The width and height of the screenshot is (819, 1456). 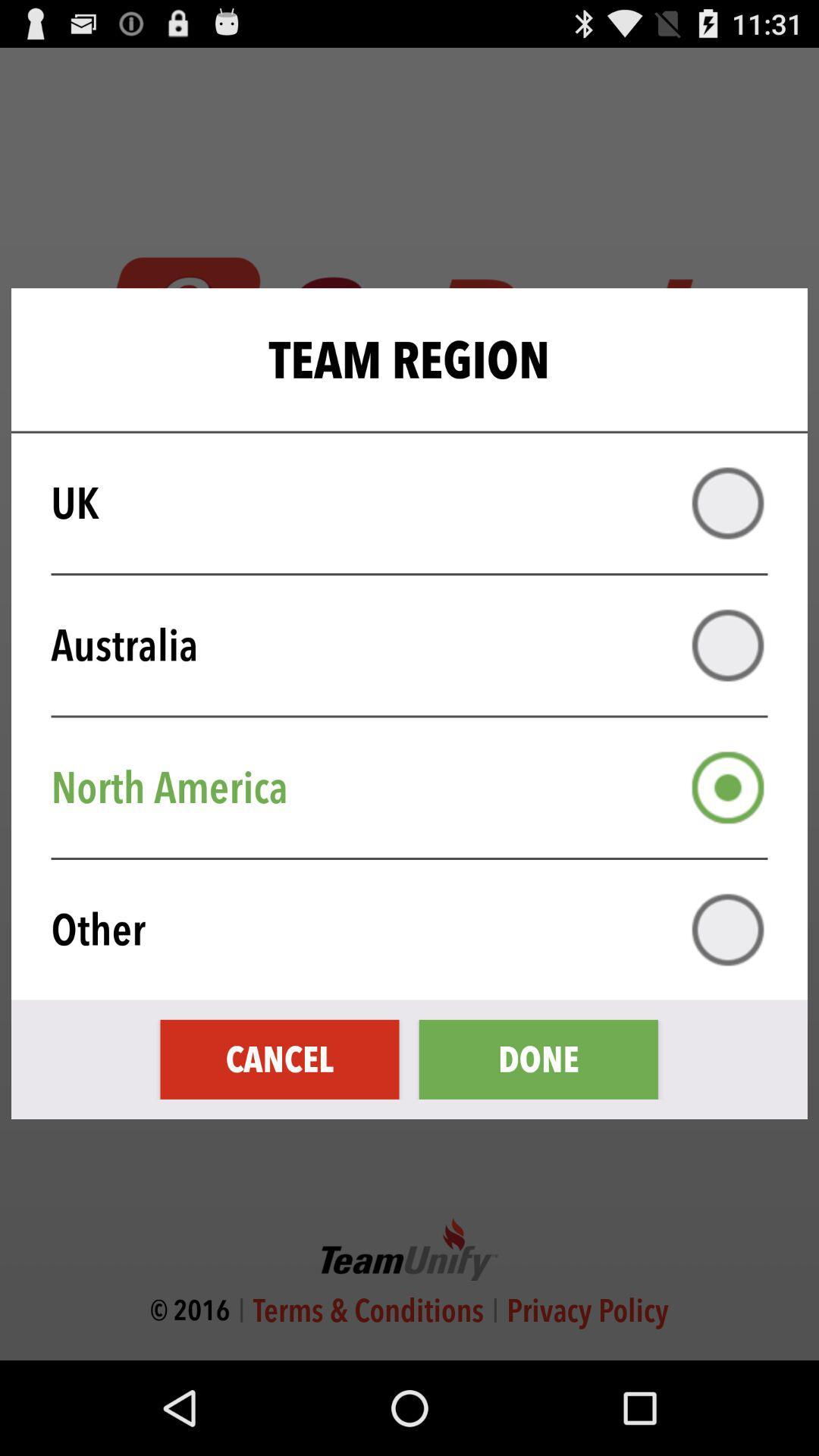 I want to click on icon to the left of the done item, so click(x=280, y=1059).